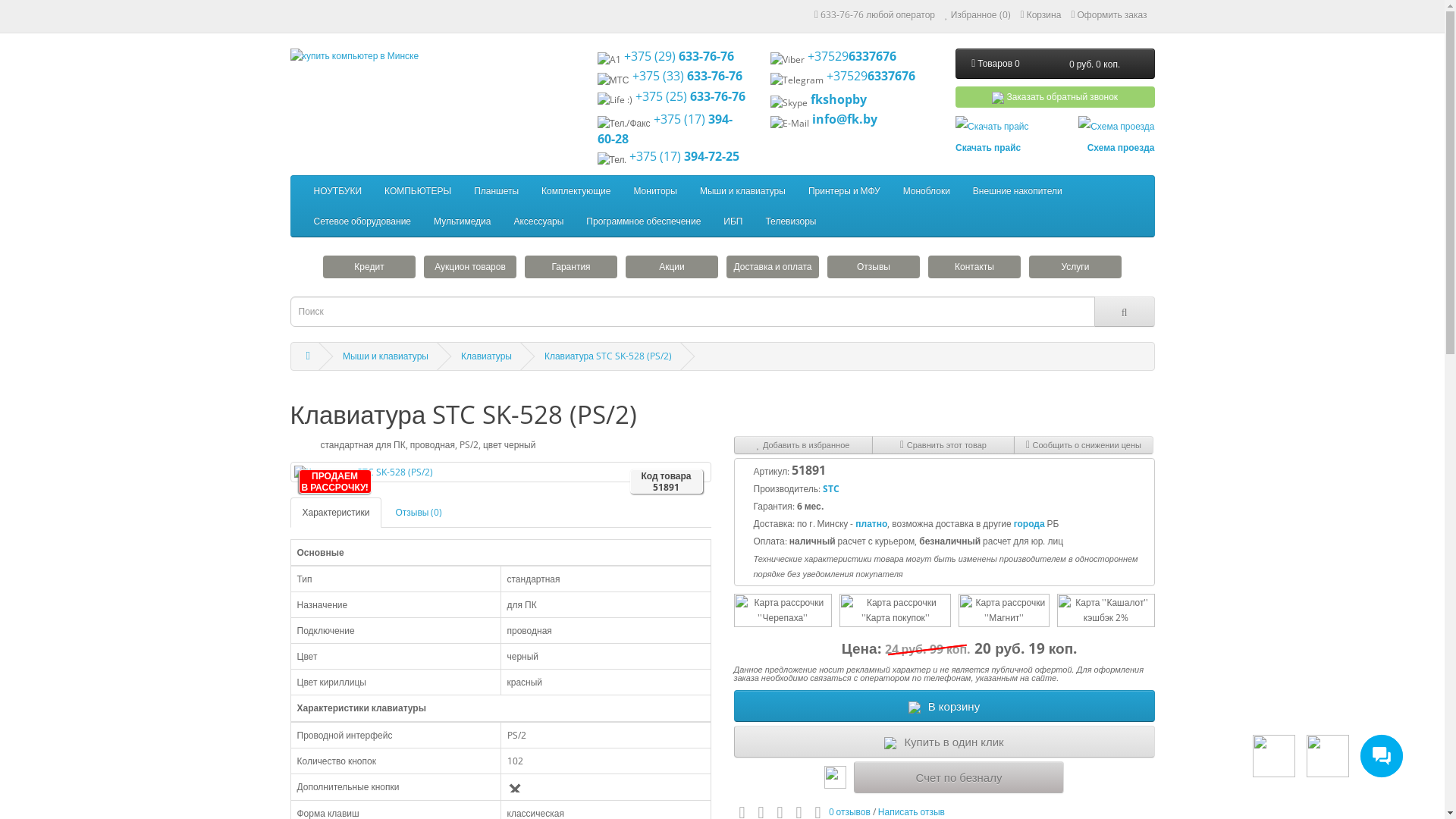 This screenshot has height=819, width=1456. What do you see at coordinates (843, 118) in the screenshot?
I see `'info@fk.by'` at bounding box center [843, 118].